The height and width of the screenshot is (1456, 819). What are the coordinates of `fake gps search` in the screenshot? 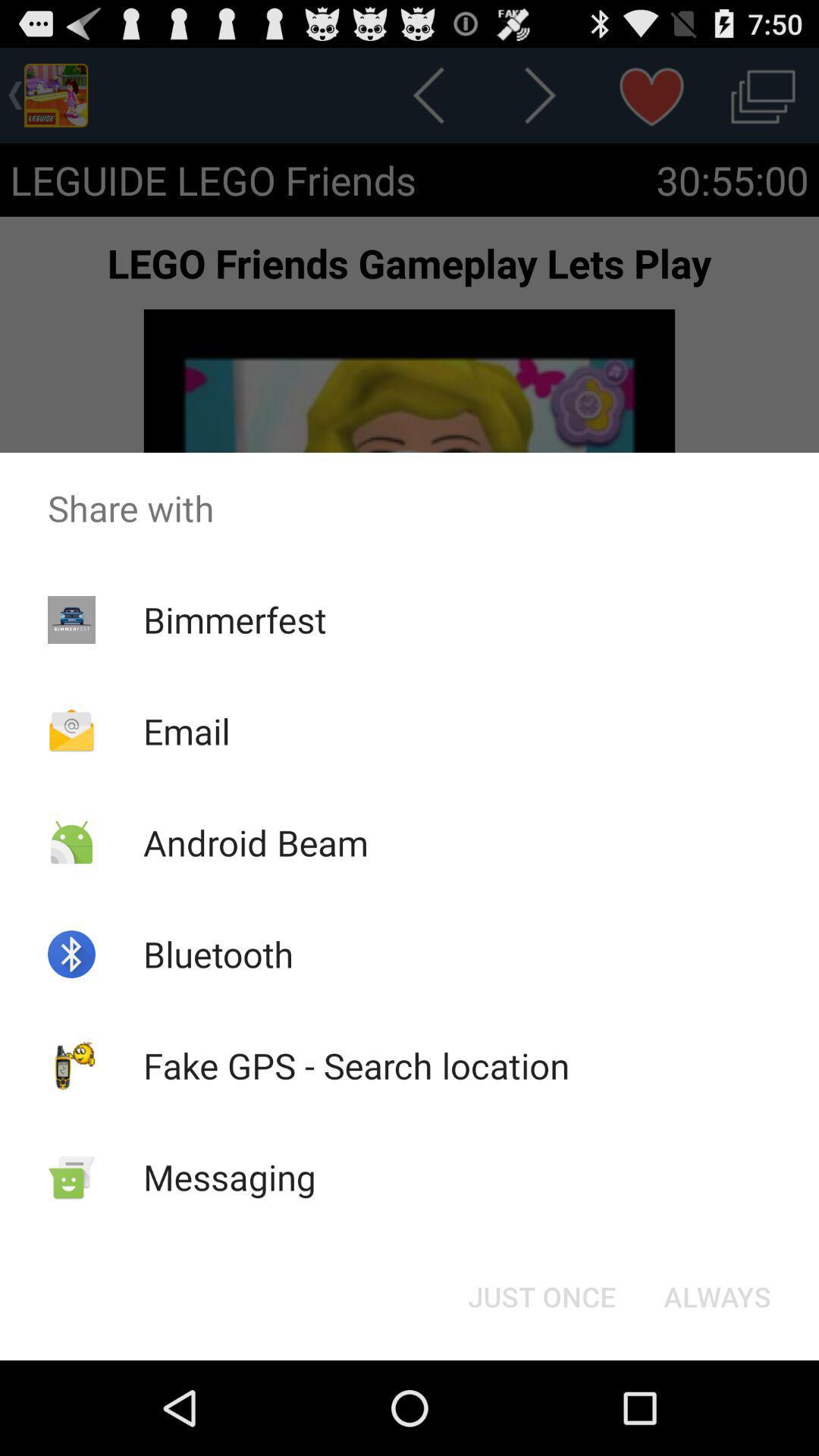 It's located at (356, 1065).